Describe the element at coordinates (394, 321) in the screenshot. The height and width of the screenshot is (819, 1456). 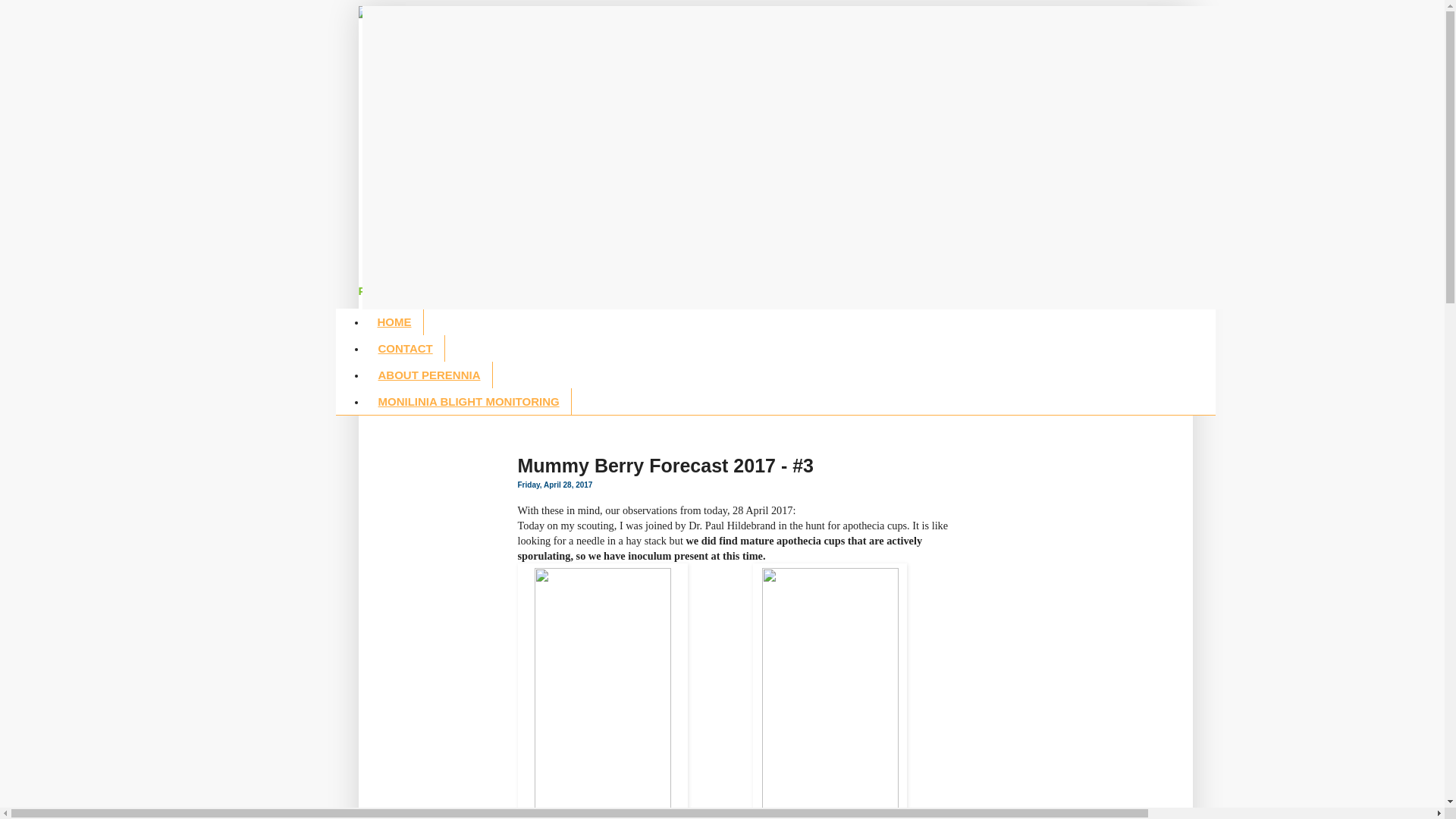
I see `'HOME'` at that location.